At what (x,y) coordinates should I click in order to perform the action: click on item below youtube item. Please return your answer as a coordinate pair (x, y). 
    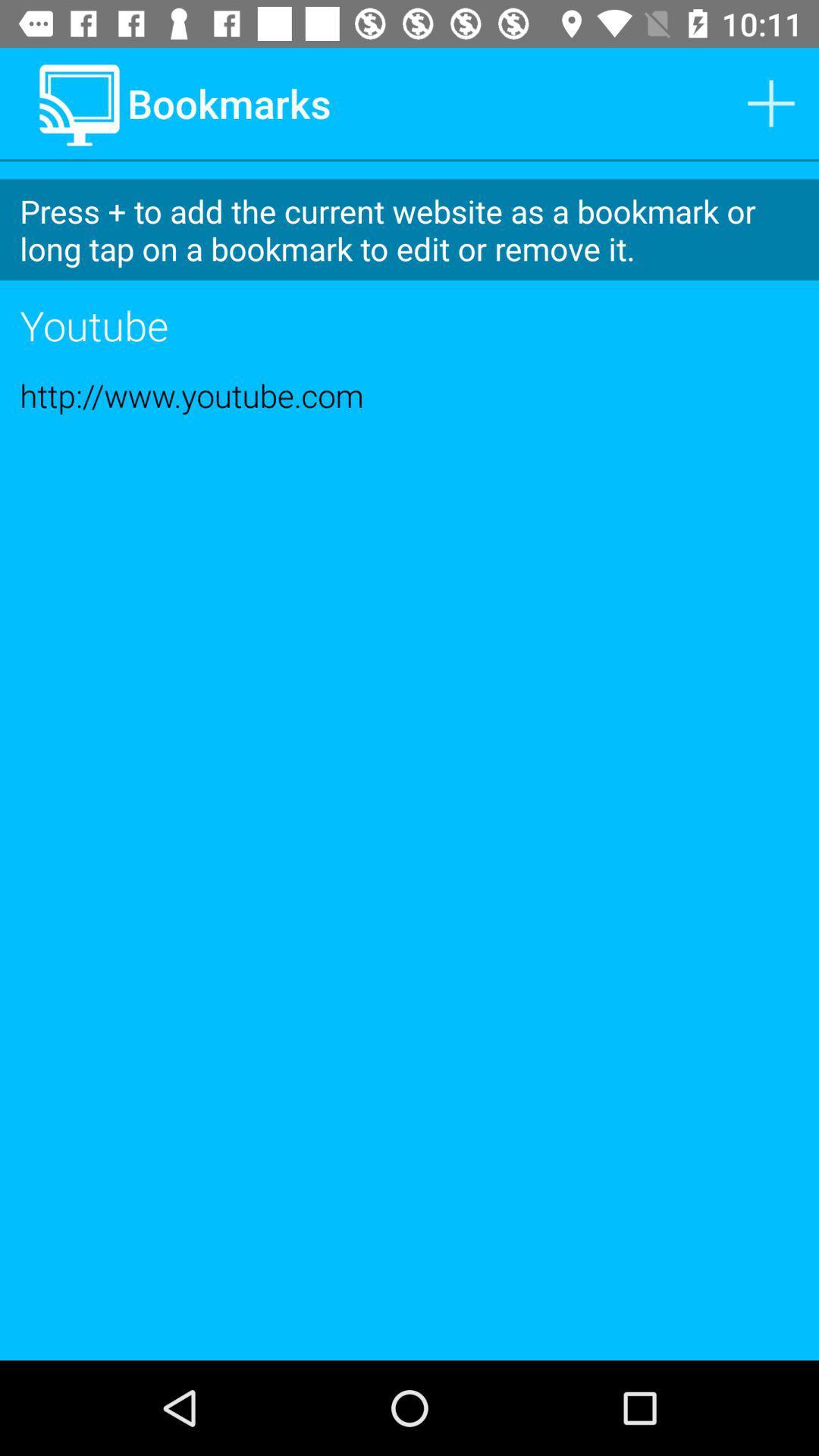
    Looking at the image, I should click on (409, 395).